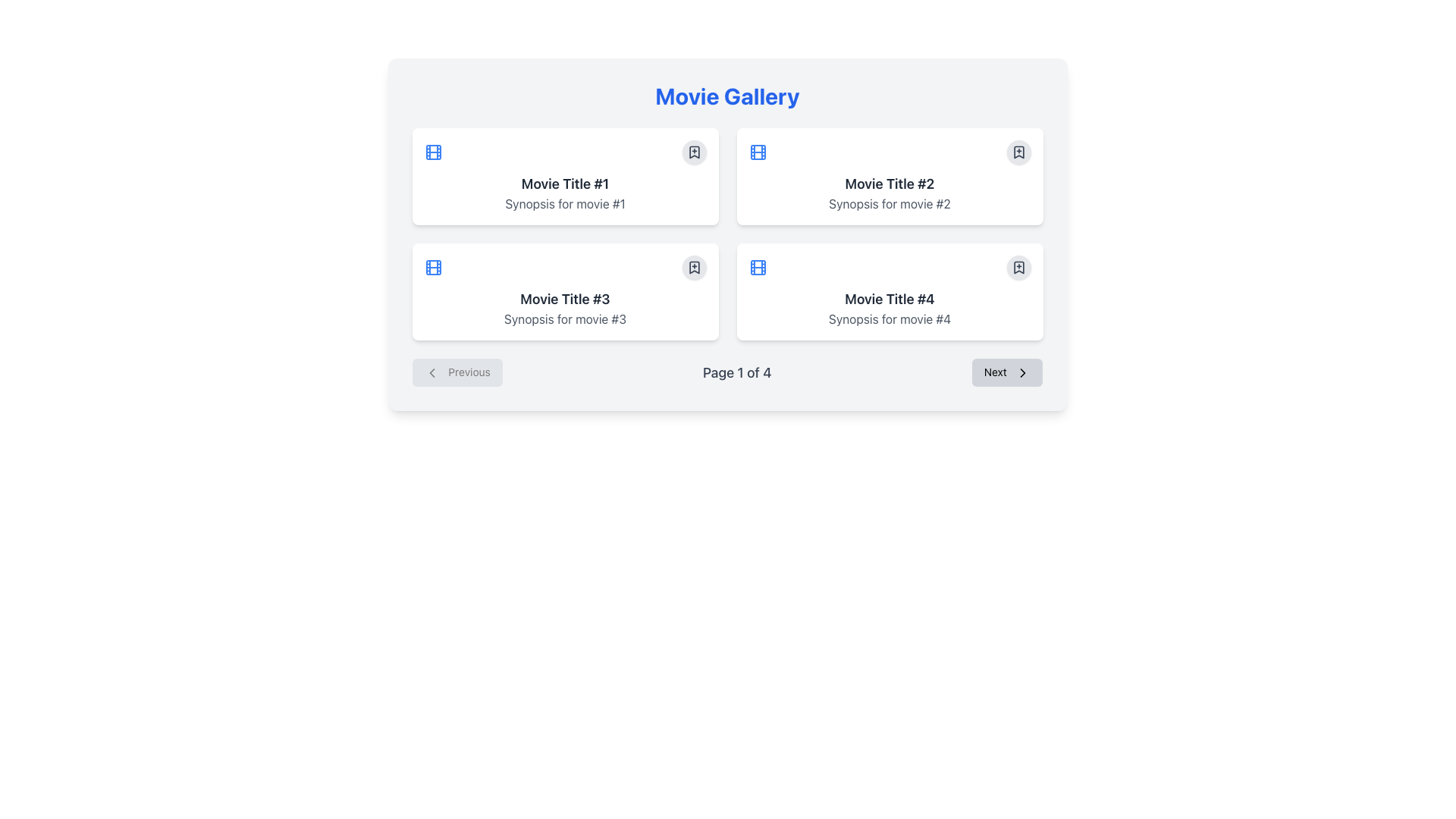 This screenshot has height=819, width=1456. What do you see at coordinates (1018, 152) in the screenshot?
I see `the Bookmark with Plus icon located in the top-right corner of the card titled 'Movie Title #2' to bookmark the item` at bounding box center [1018, 152].